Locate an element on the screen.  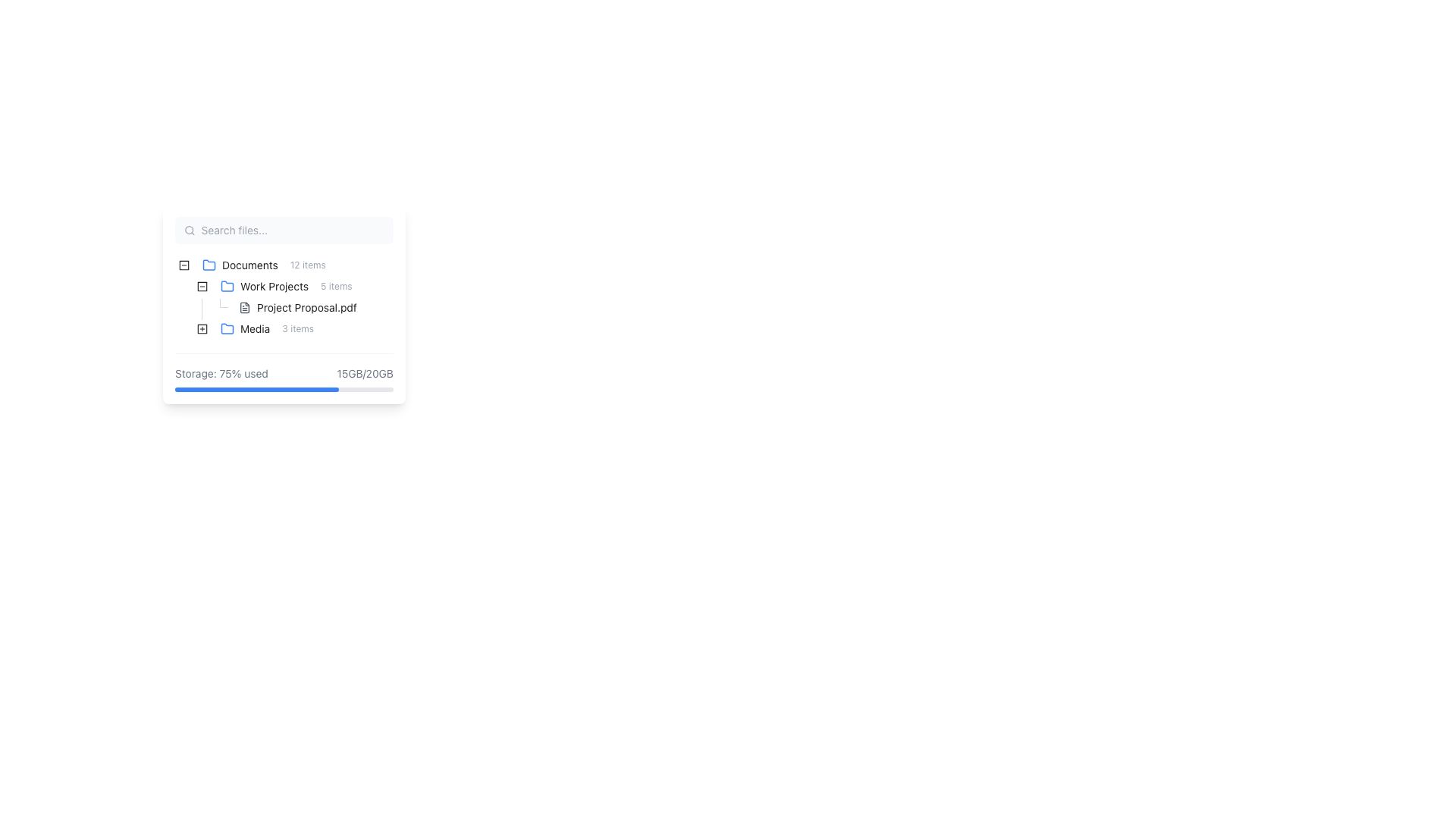
the static text label that reads 'Work Projects', which is positioned between a folder icon and a numerical label indicating '5 items' in the middle section of a hierarchical file management interface is located at coordinates (275, 287).